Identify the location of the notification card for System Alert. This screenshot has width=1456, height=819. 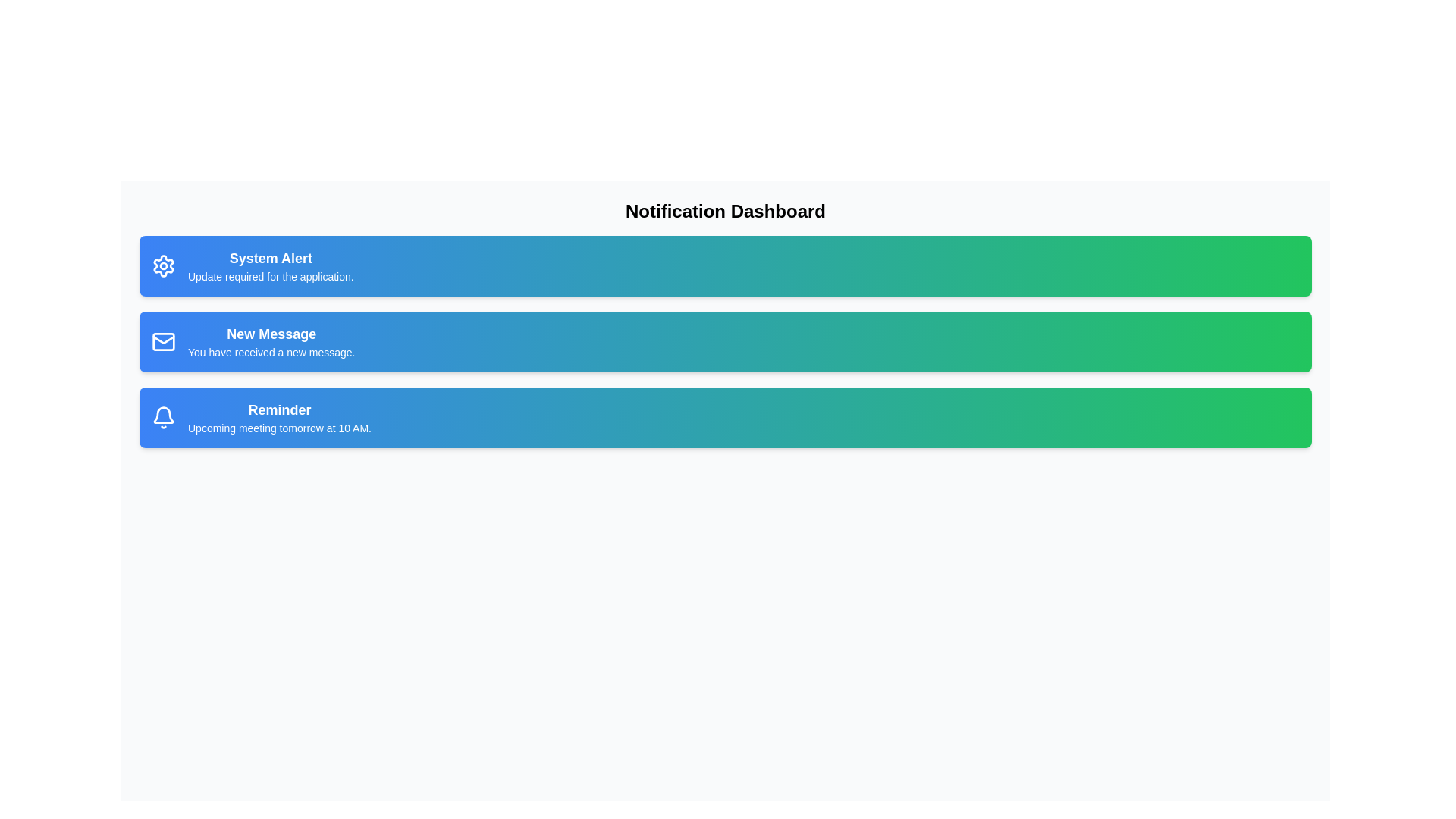
(724, 265).